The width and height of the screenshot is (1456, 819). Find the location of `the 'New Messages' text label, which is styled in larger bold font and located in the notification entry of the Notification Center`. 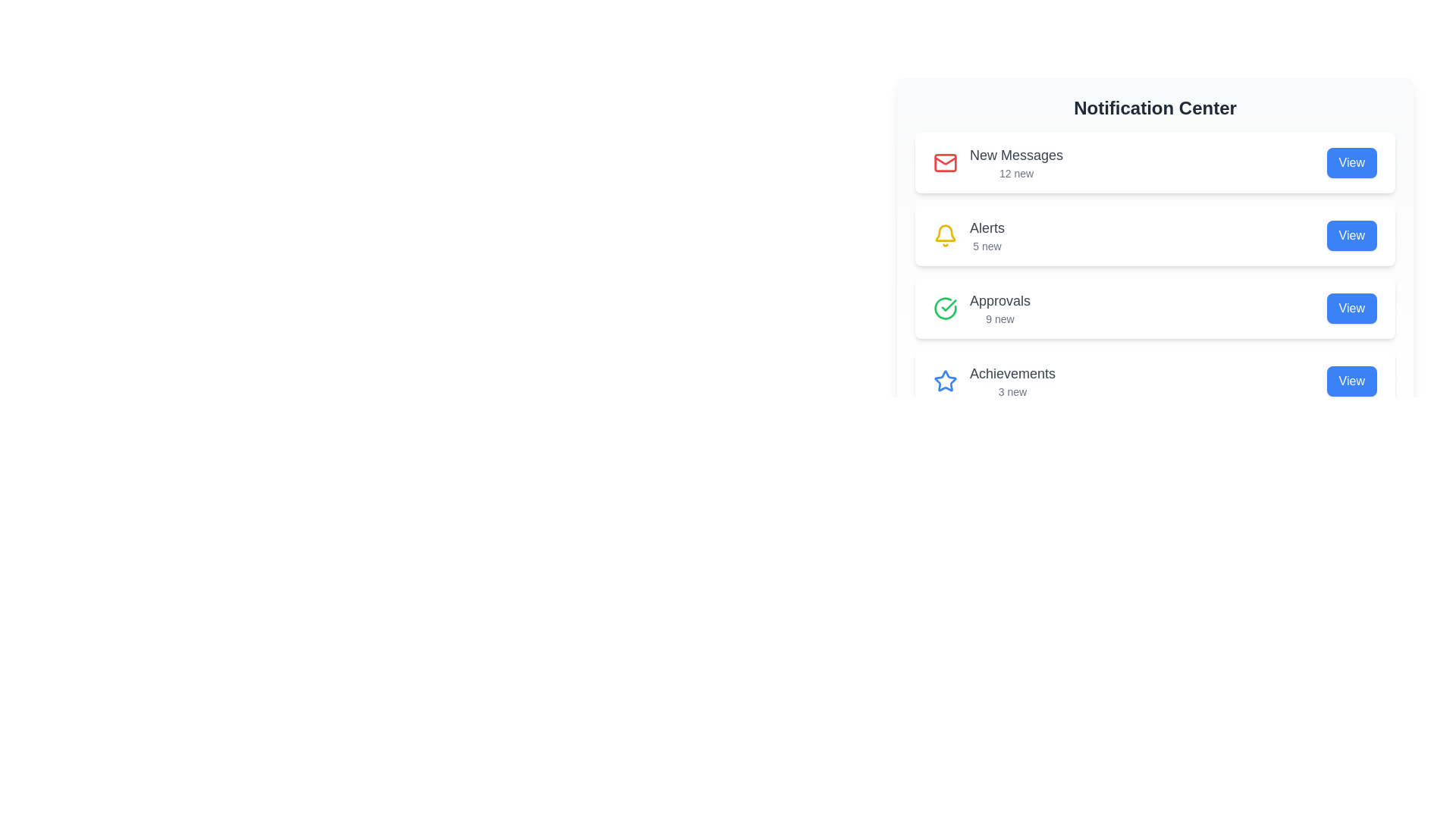

the 'New Messages' text label, which is styled in larger bold font and located in the notification entry of the Notification Center is located at coordinates (1016, 155).